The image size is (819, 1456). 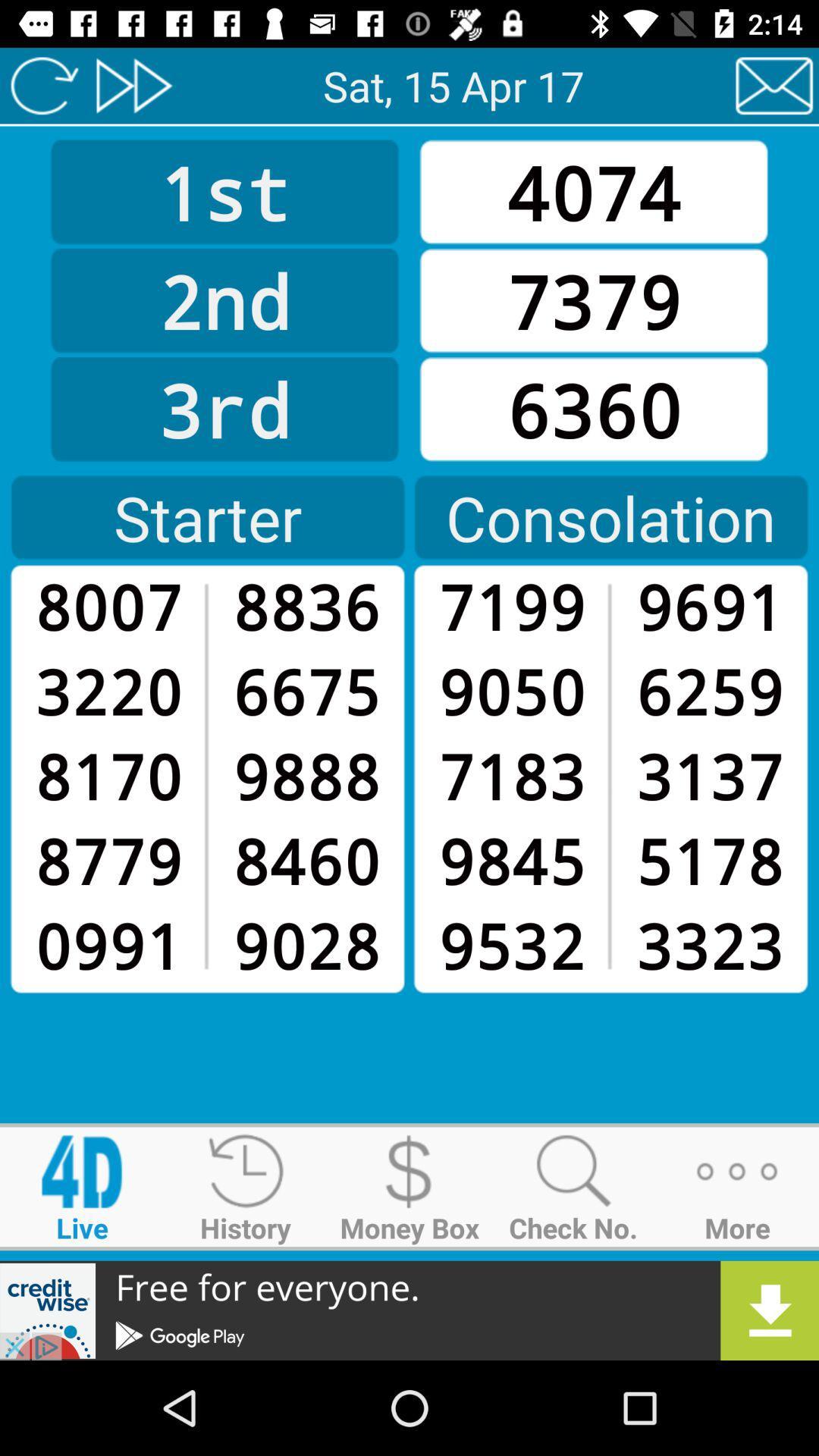 I want to click on connect to advertisement, so click(x=409, y=1310).